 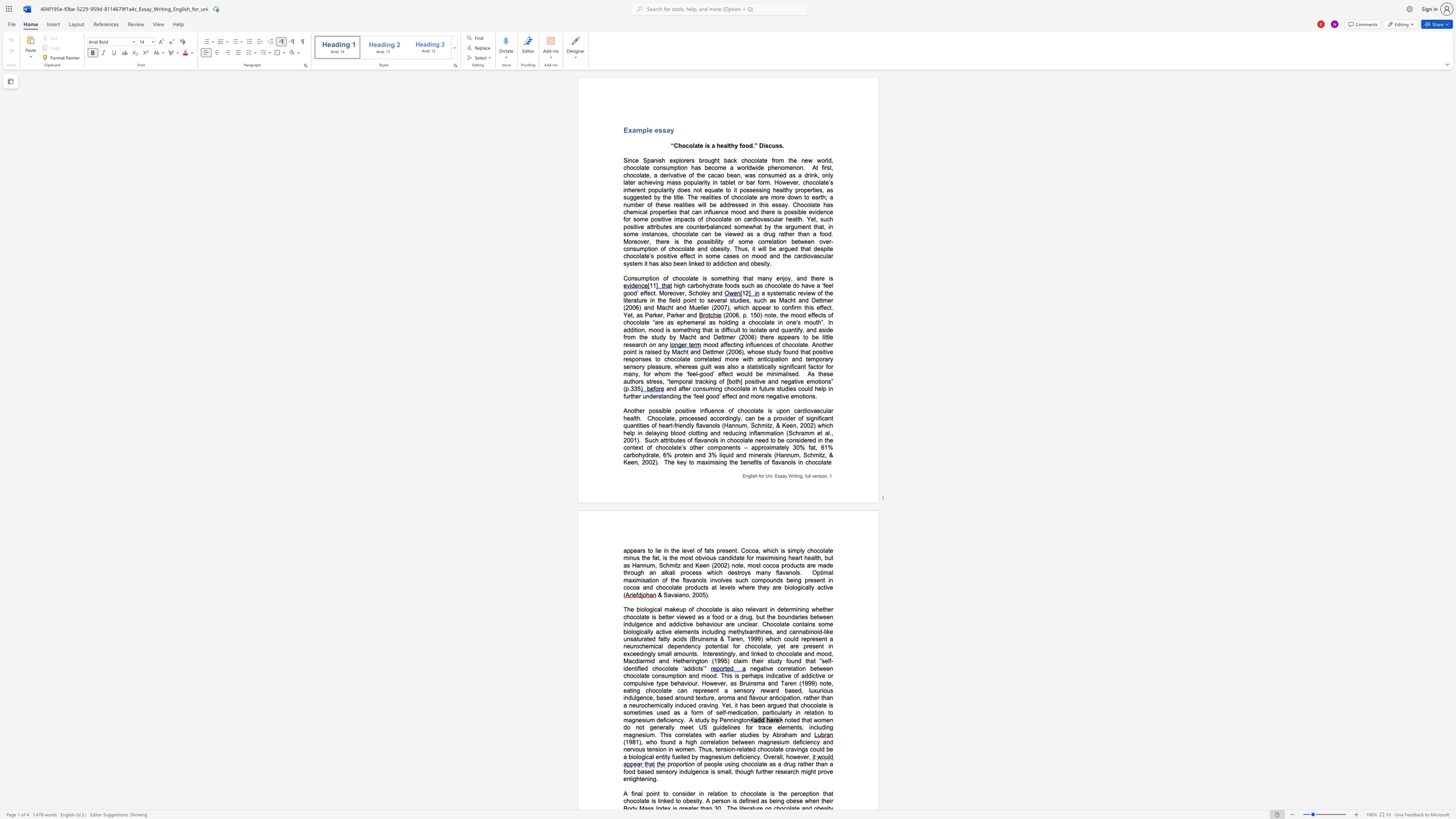 I want to click on the subset text "claim their st" within the text "mood, Macdiarmid and Hetherington (1995) claim their study found that “self-identified chocolate ‘addicts’”", so click(x=733, y=661).